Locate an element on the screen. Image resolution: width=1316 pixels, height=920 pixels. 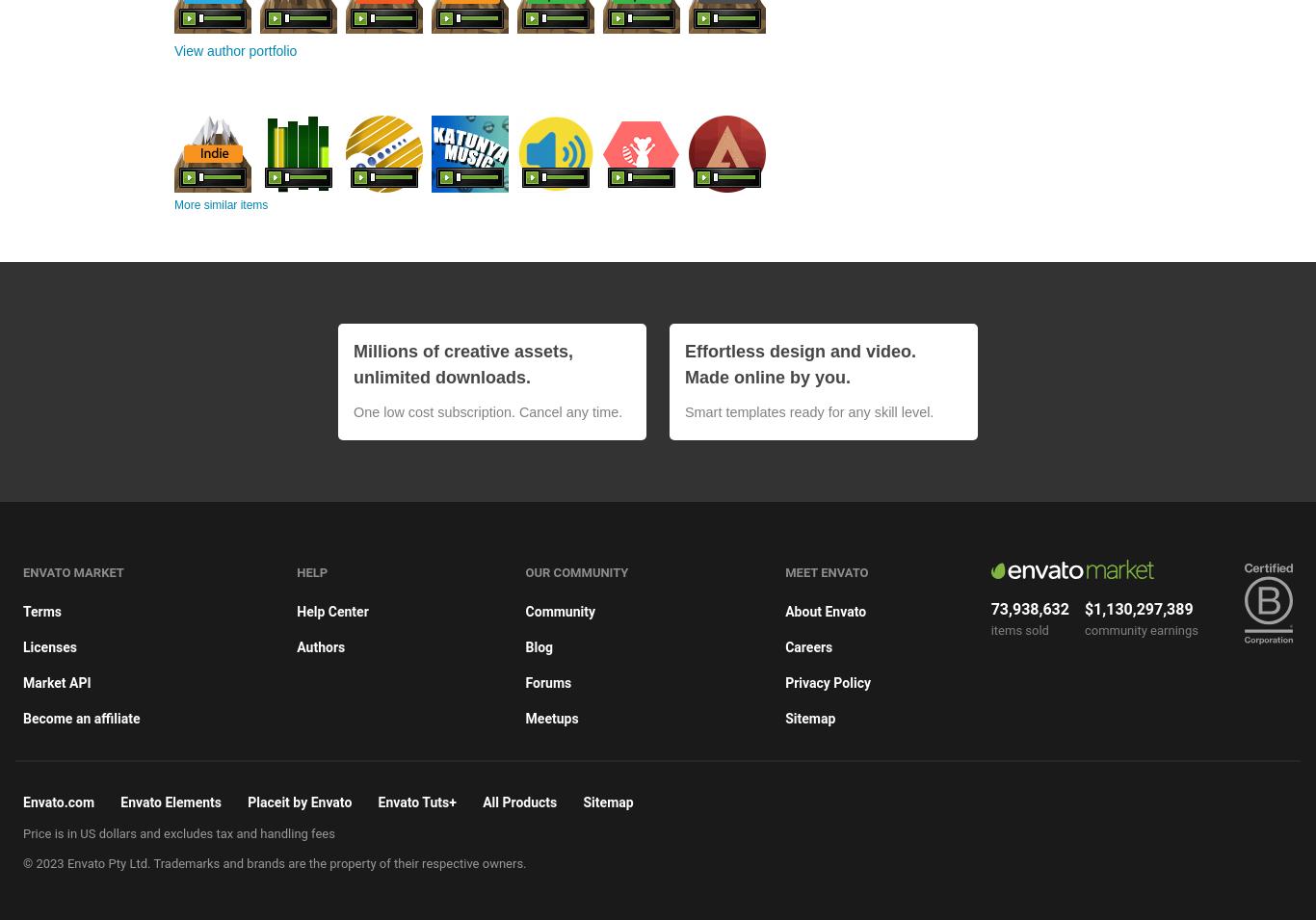
'Envato Tuts+' is located at coordinates (415, 801).